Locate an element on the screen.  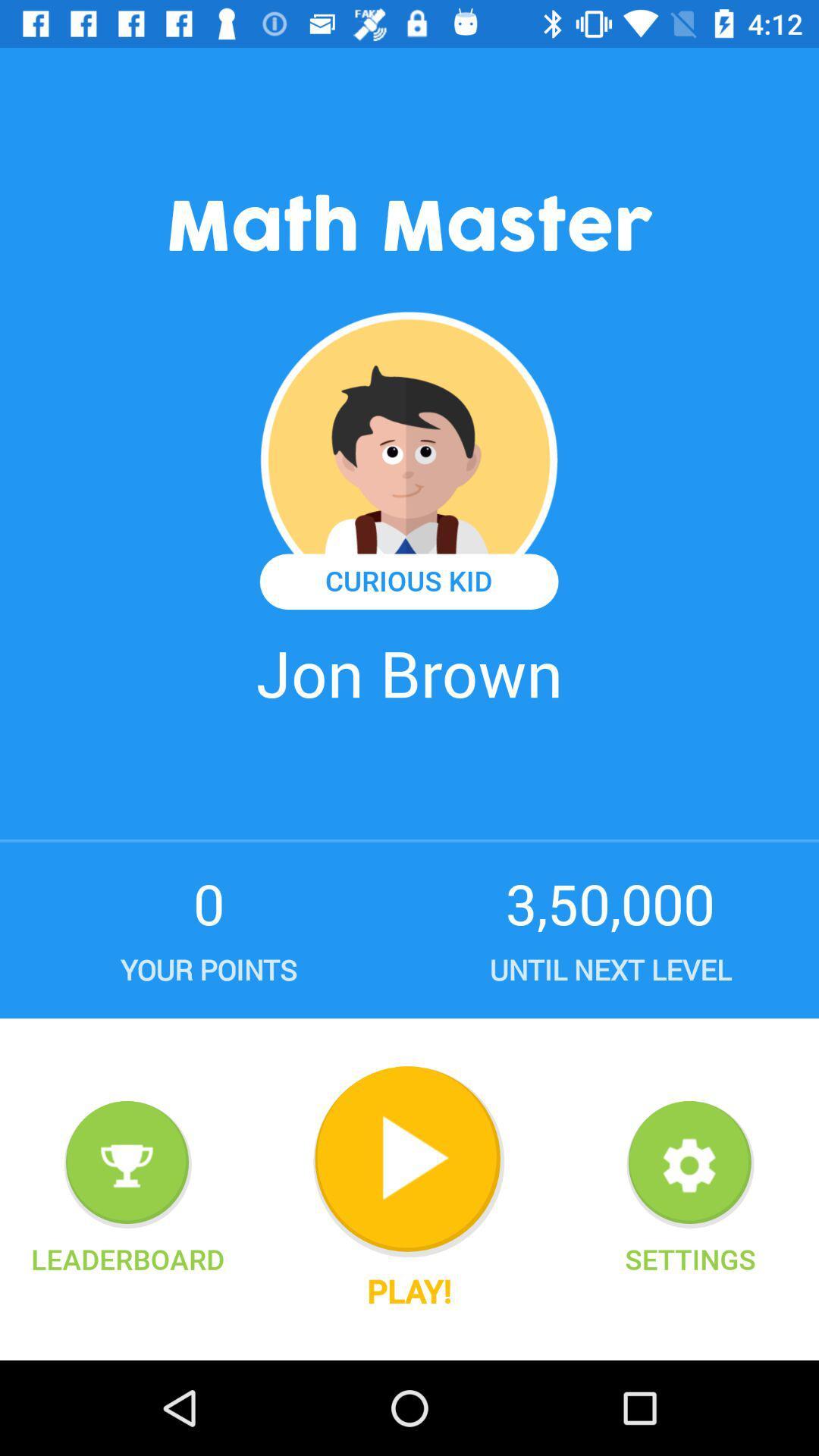
begin the game is located at coordinates (408, 1161).